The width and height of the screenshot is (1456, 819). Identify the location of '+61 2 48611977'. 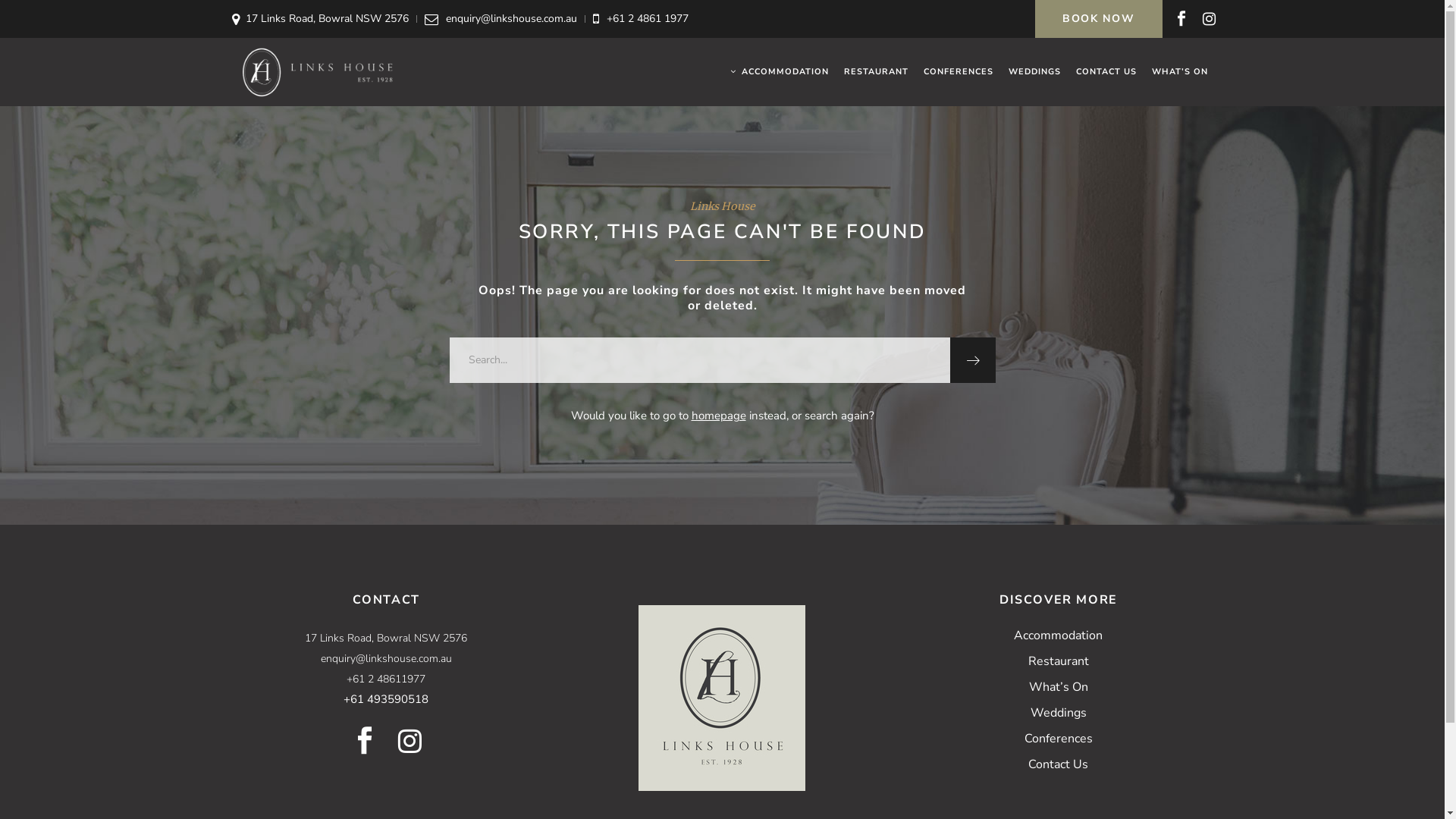
(345, 678).